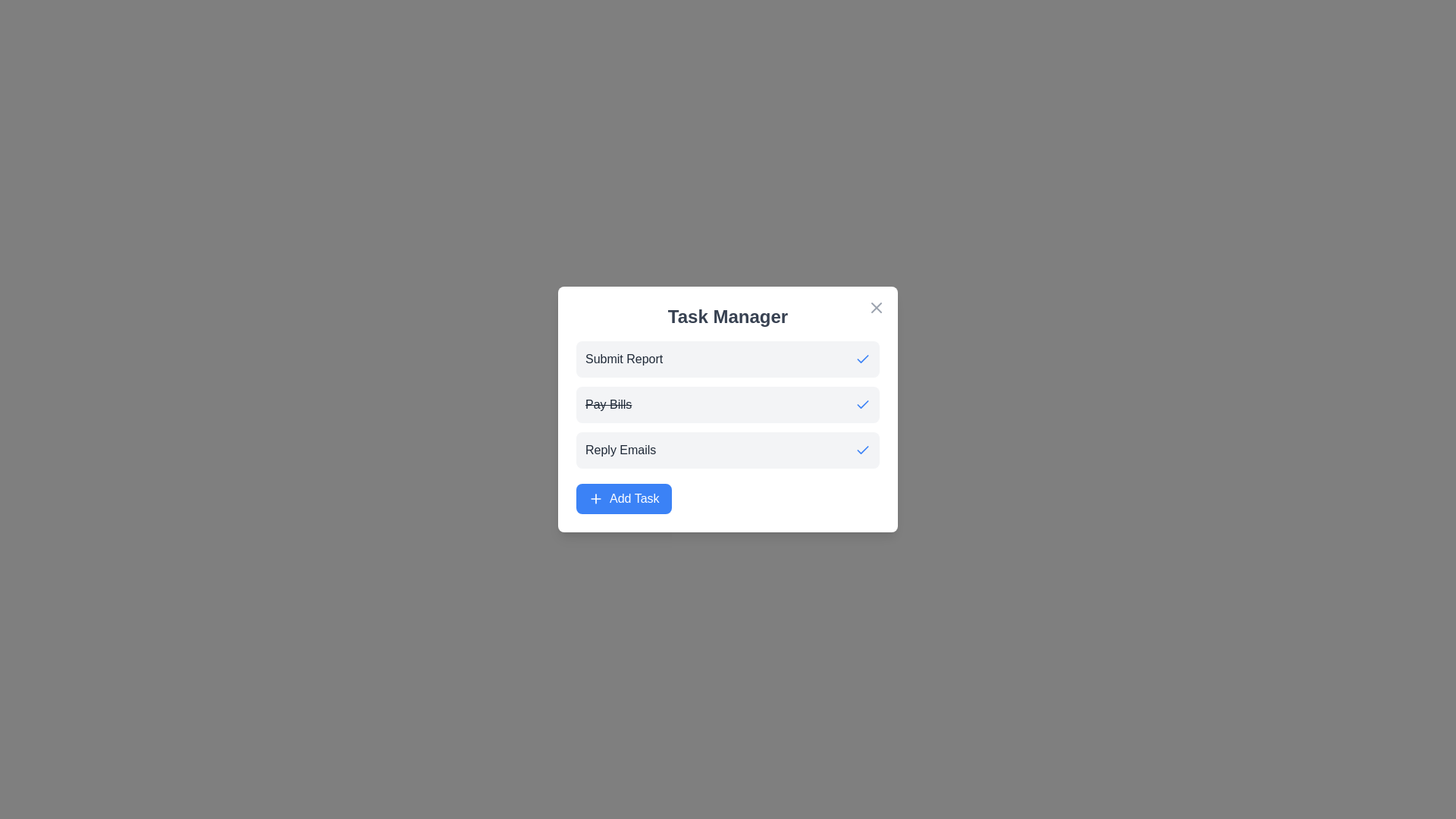 The height and width of the screenshot is (819, 1456). I want to click on 'Add Task' button to initiate the process of adding a new task, so click(623, 499).